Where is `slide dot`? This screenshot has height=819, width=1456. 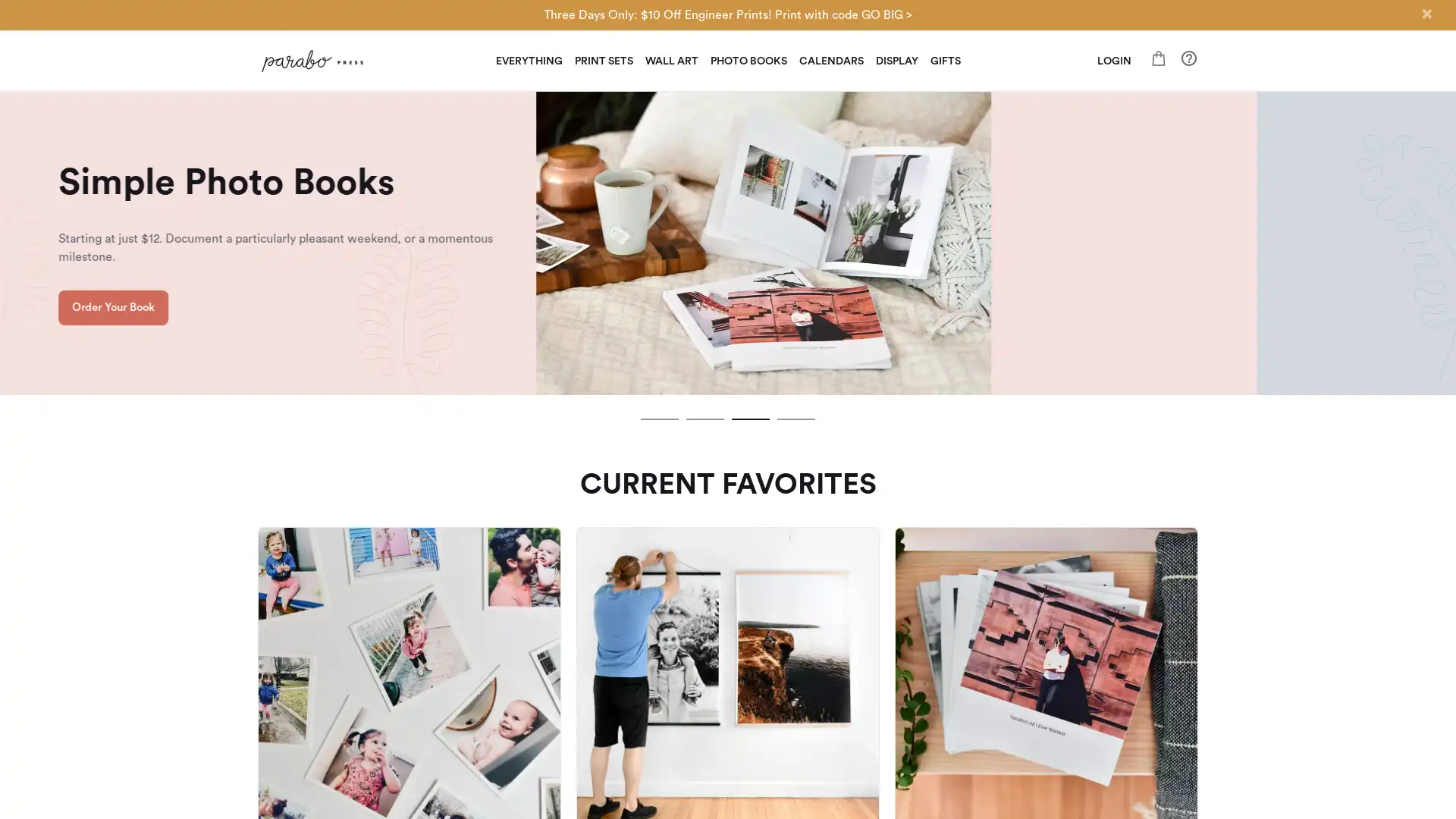
slide dot is located at coordinates (704, 419).